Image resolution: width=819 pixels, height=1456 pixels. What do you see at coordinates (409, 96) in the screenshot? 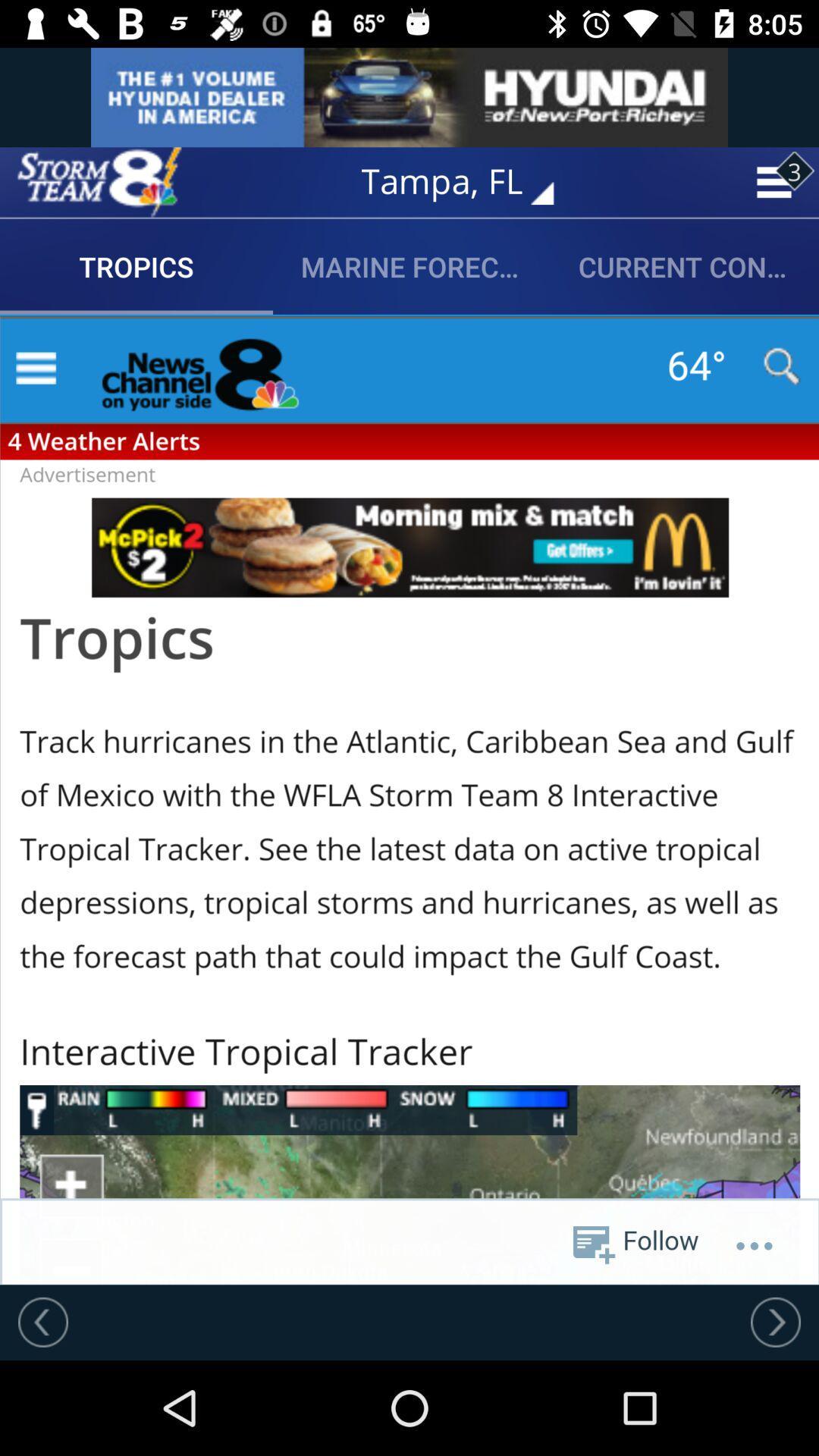
I see `show an advertisement` at bounding box center [409, 96].